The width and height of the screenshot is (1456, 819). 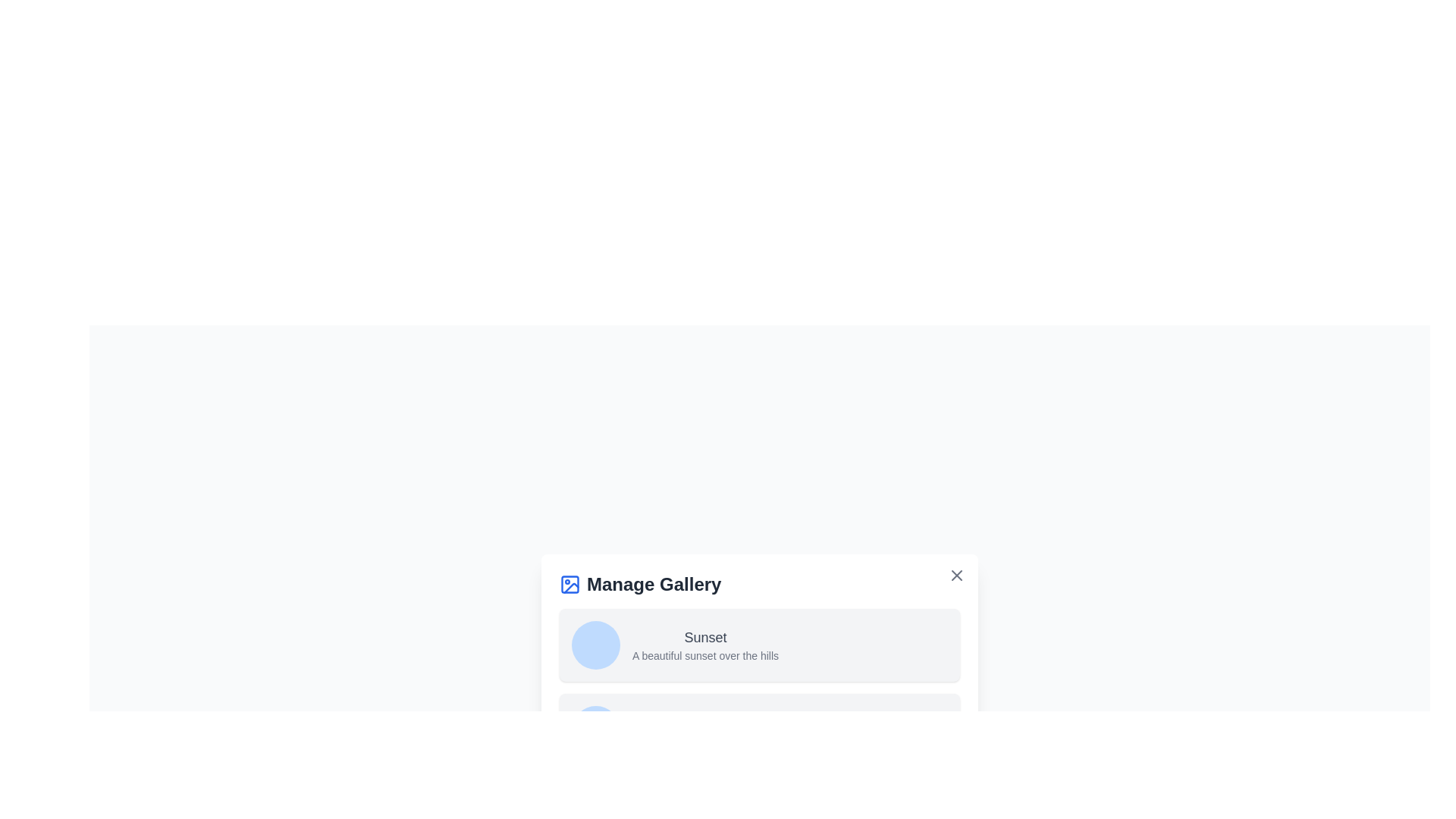 I want to click on the close button at the top-right corner of the dialog, so click(x=956, y=576).